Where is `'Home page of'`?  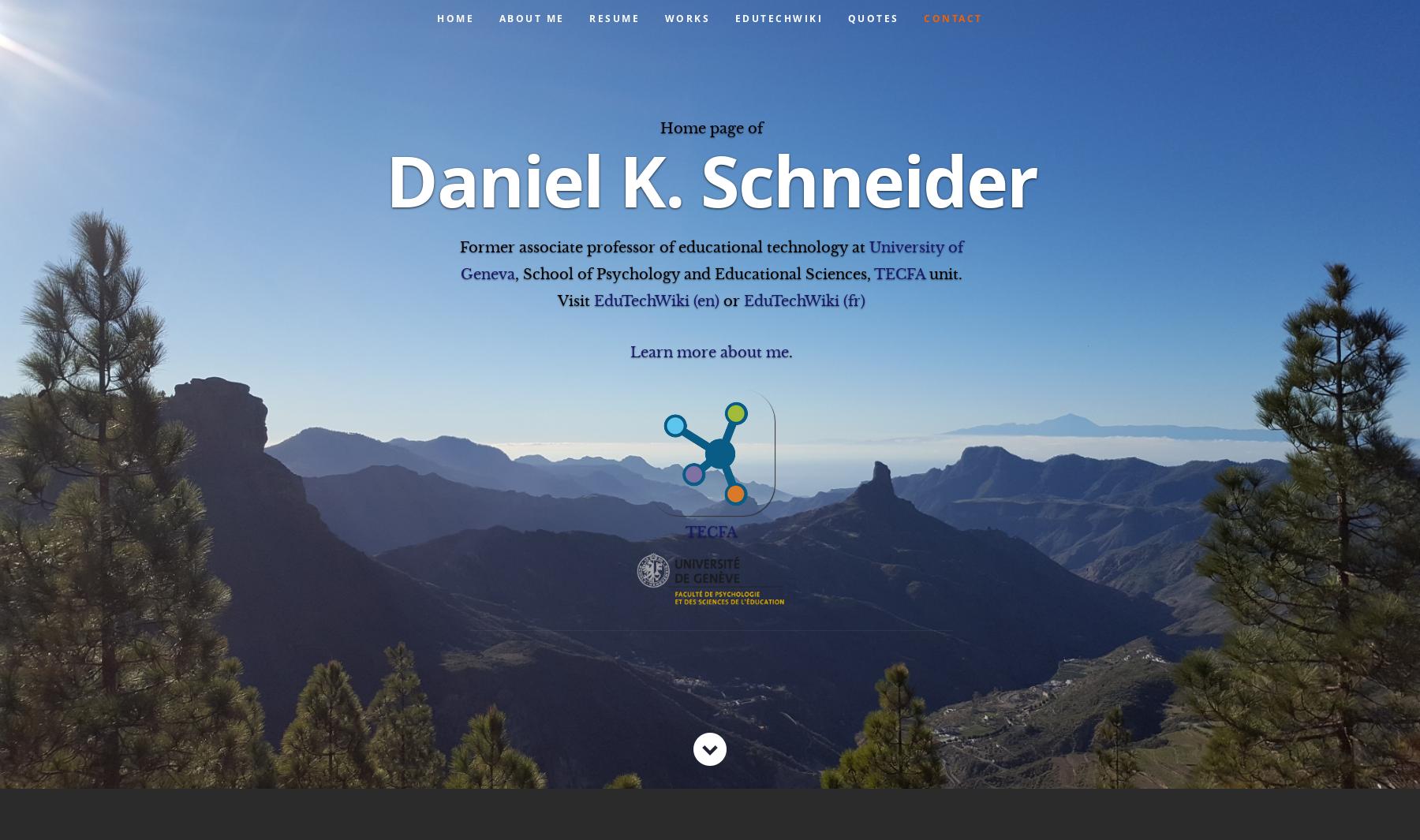
'Home page of' is located at coordinates (710, 126).